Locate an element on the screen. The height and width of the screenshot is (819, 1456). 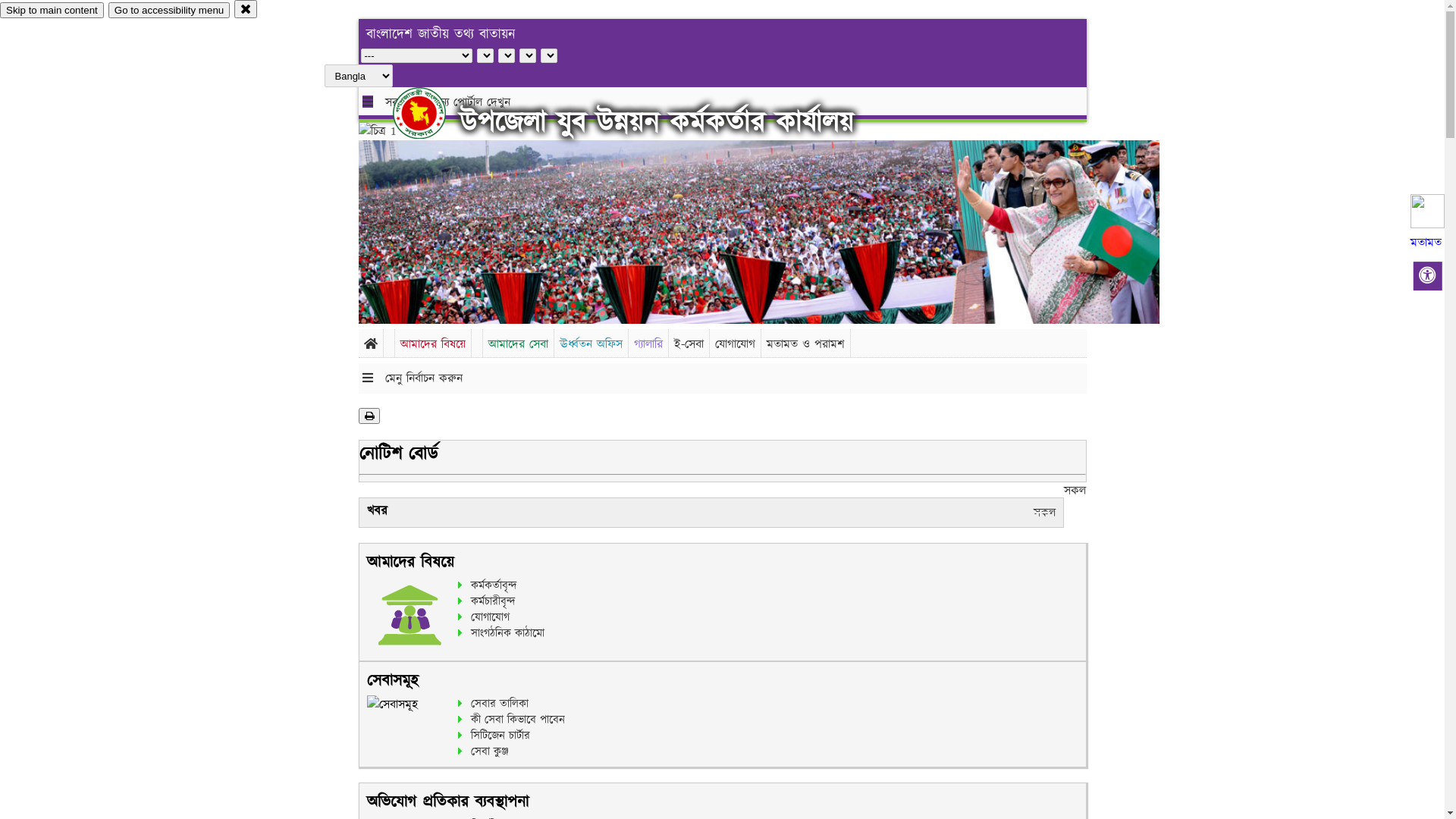
'close' is located at coordinates (233, 8).